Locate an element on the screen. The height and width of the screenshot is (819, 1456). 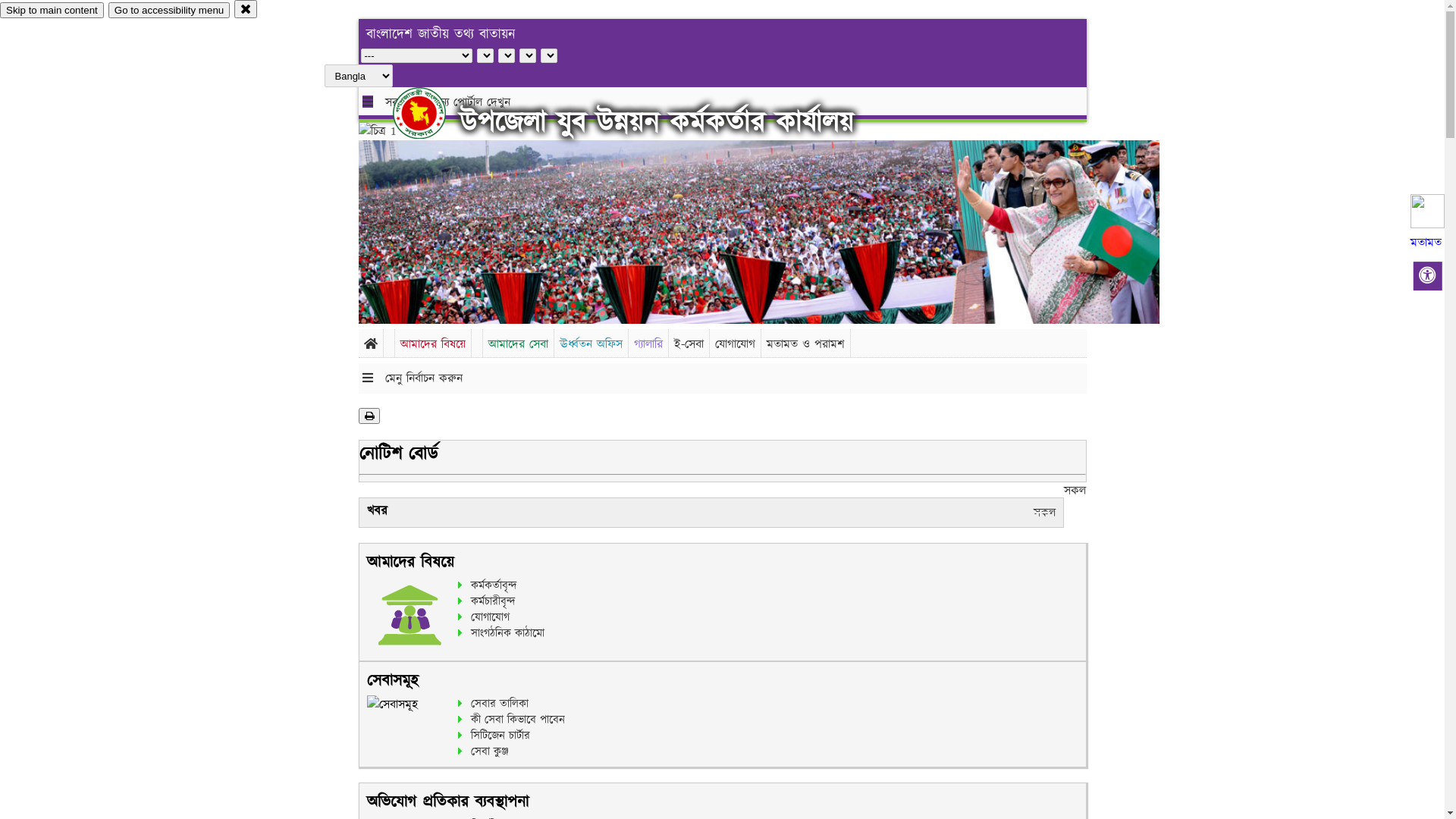
'close' is located at coordinates (233, 8).